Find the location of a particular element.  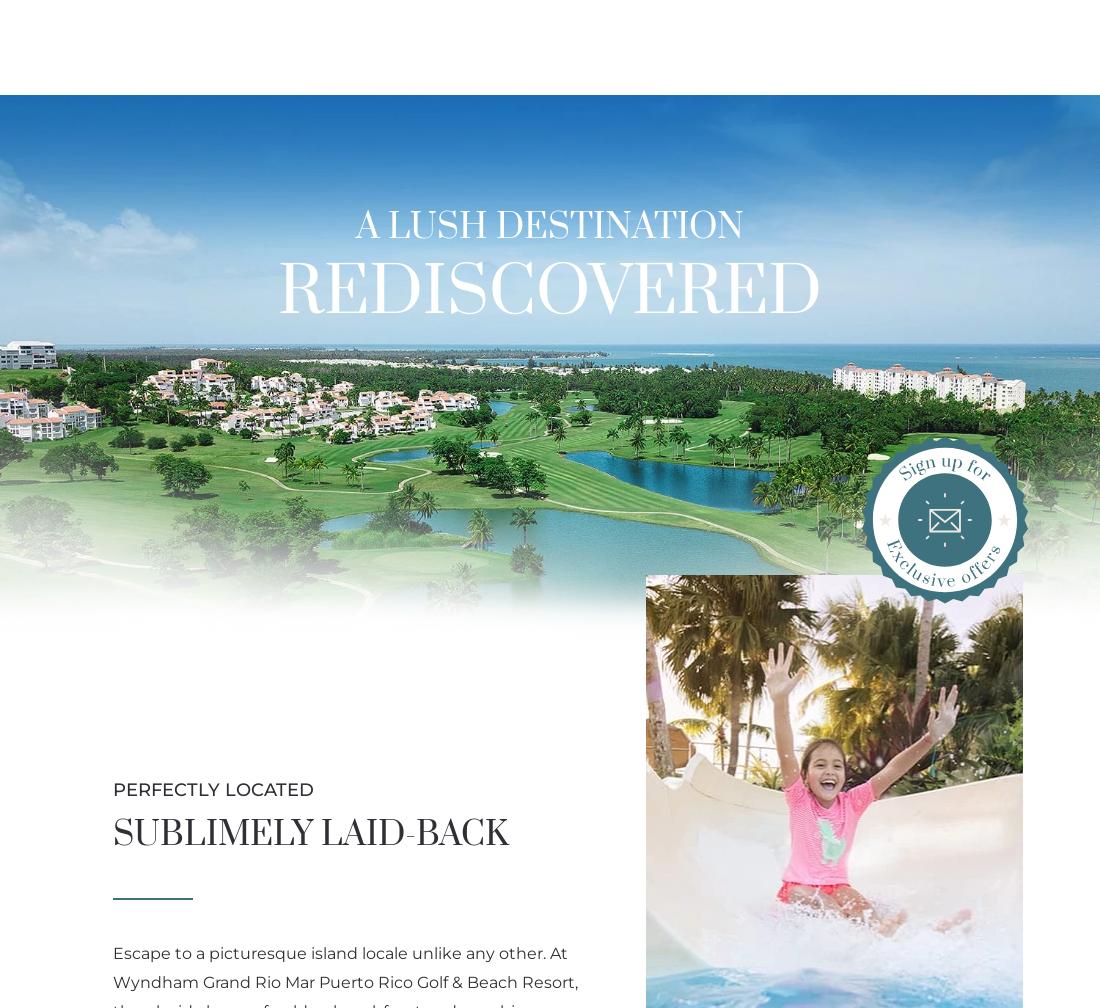

'Phone: (855) 451-9982' is located at coordinates (834, 11).